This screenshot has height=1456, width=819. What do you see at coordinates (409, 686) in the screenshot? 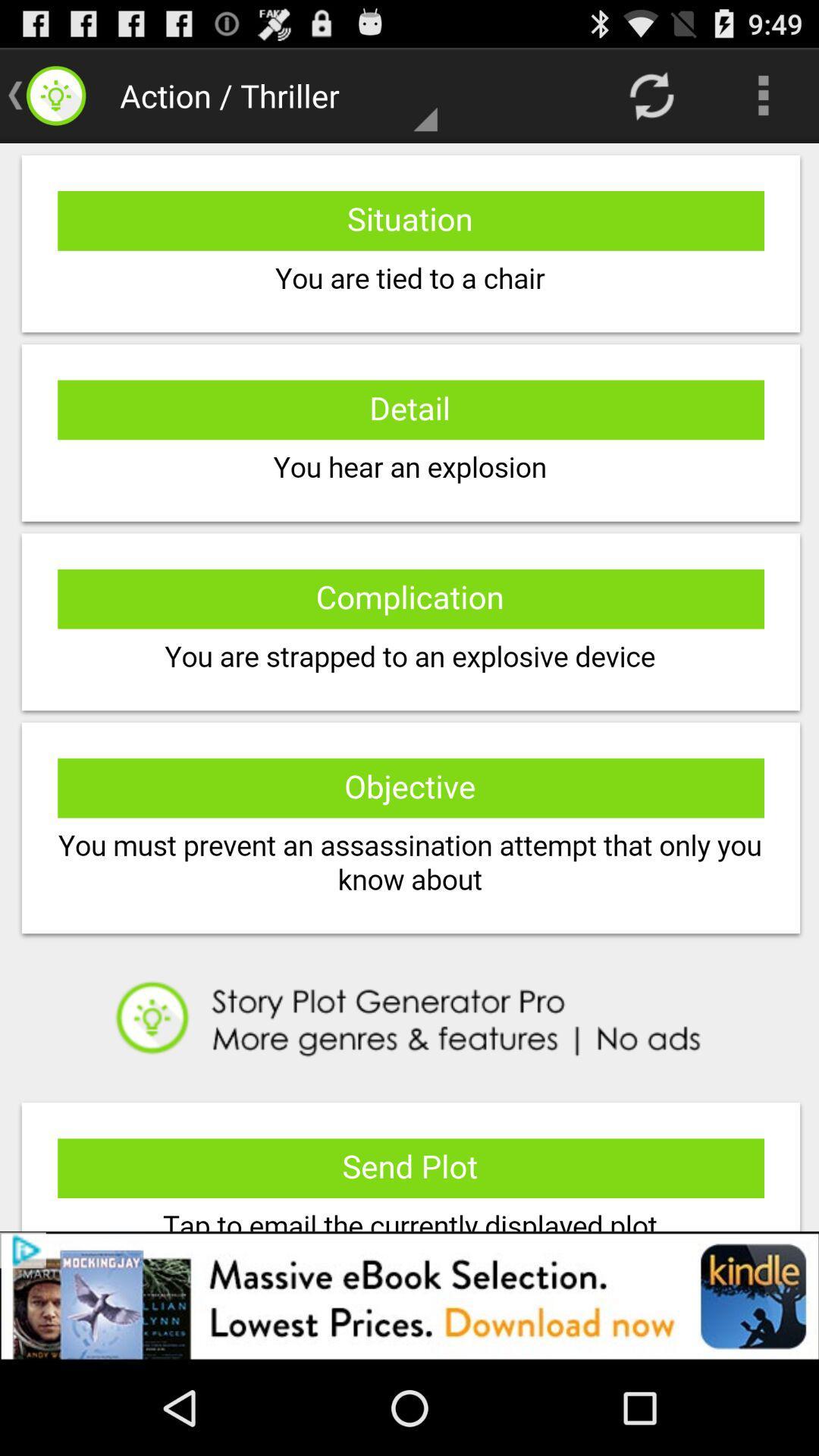
I see `story options menu` at bounding box center [409, 686].